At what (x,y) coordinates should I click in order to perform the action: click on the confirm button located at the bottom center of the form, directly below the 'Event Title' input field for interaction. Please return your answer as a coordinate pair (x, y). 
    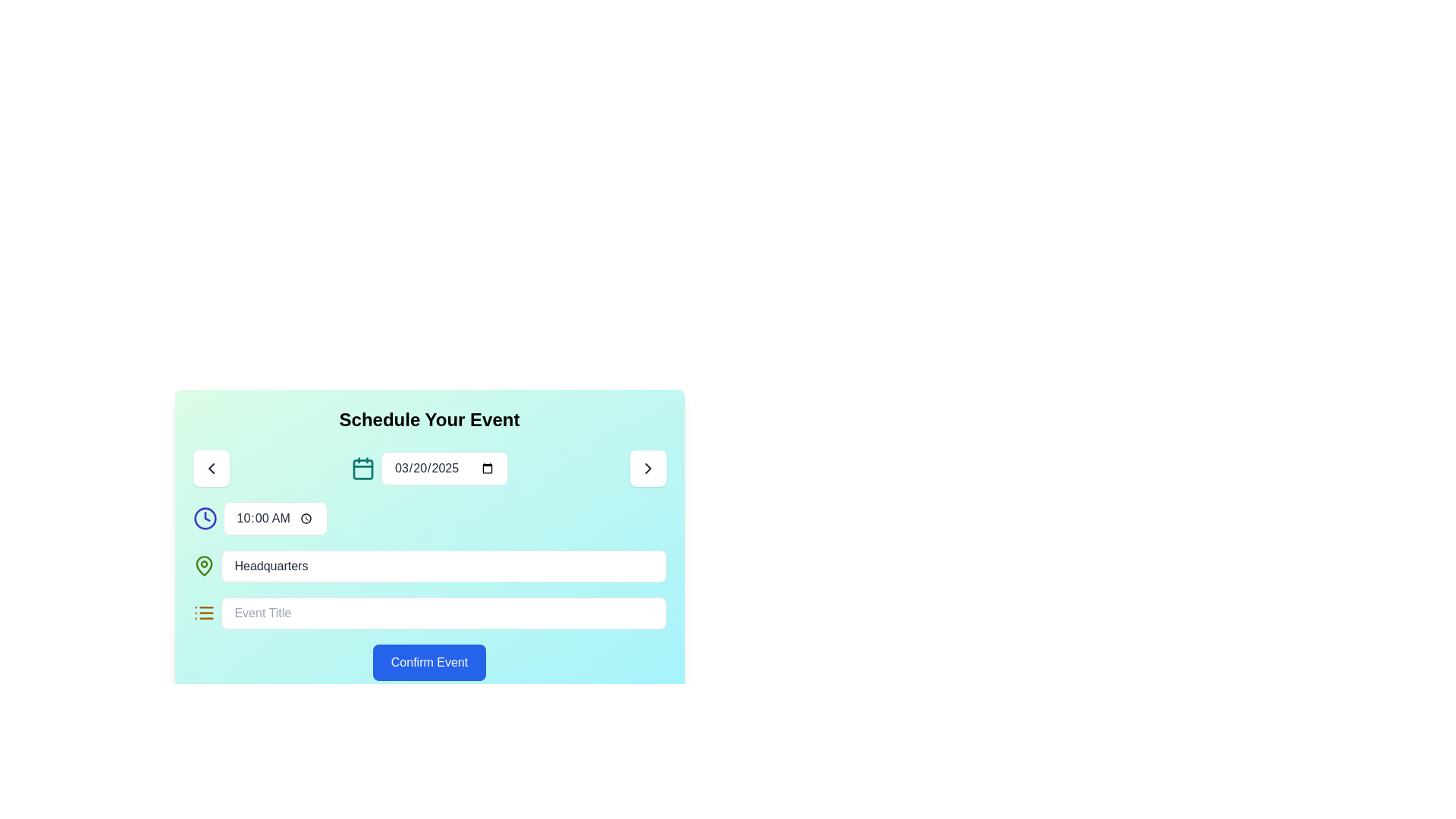
    Looking at the image, I should click on (428, 662).